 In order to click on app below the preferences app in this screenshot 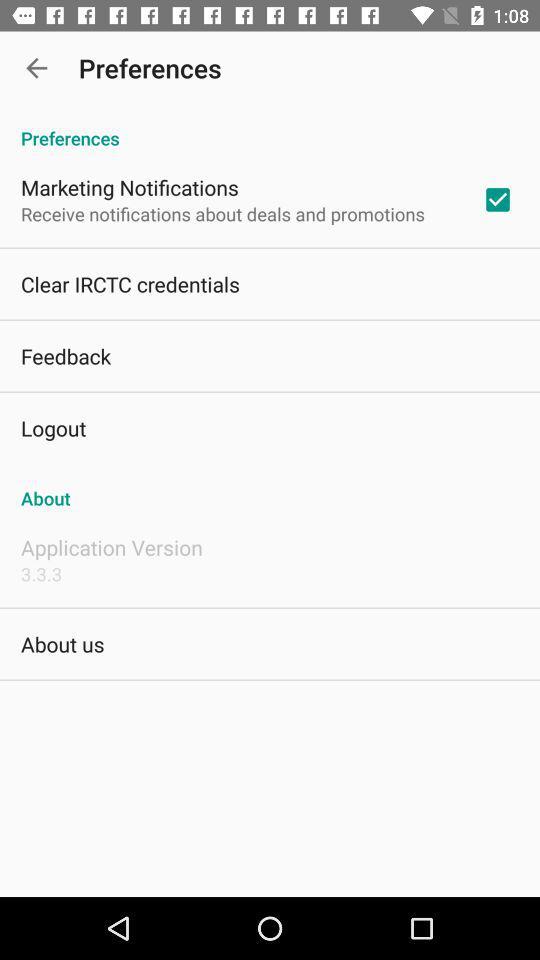, I will do `click(496, 199)`.